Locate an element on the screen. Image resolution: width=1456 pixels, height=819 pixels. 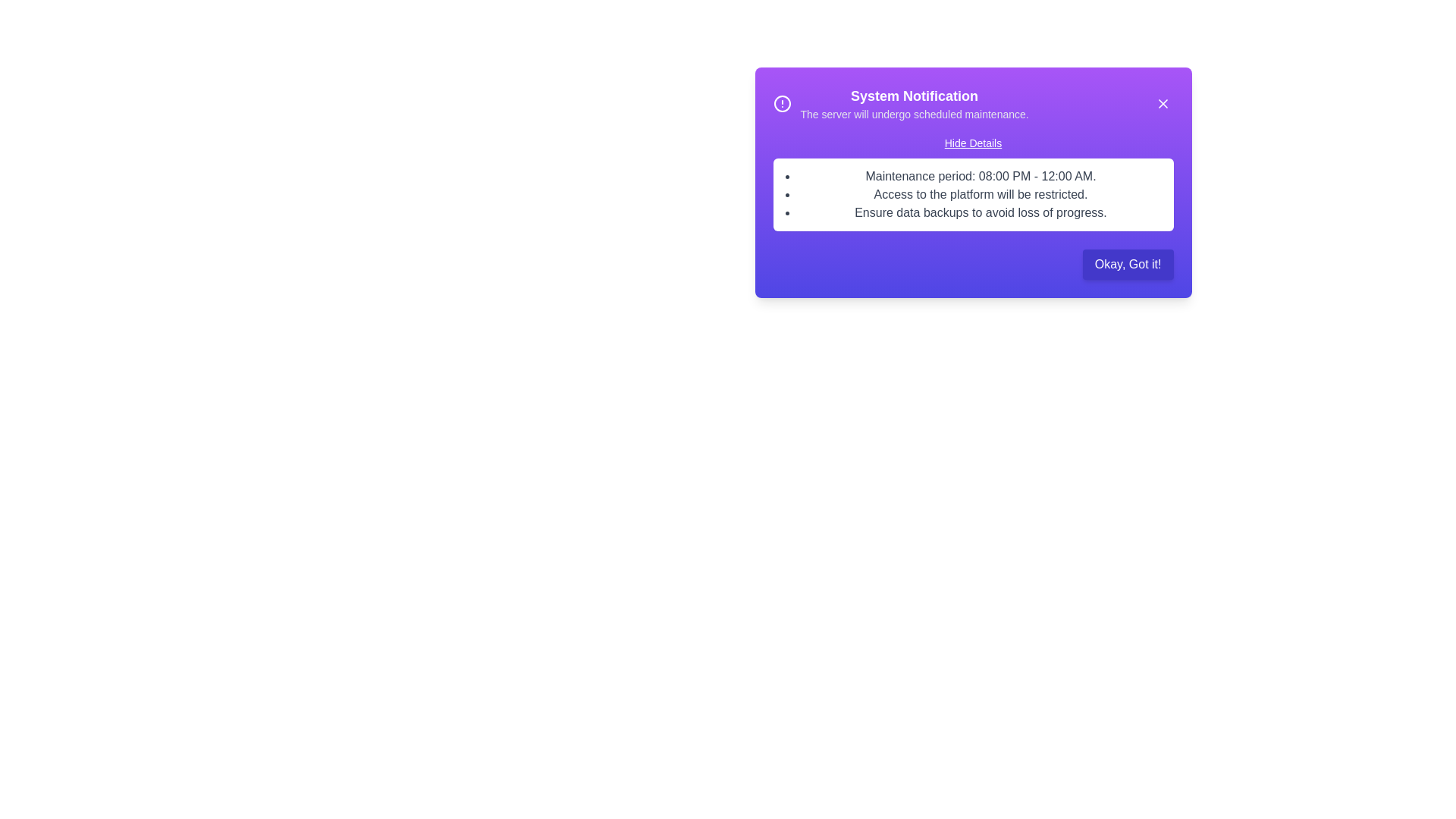
the 'Okay, Got it!' button to acknowledge the notification is located at coordinates (1128, 263).